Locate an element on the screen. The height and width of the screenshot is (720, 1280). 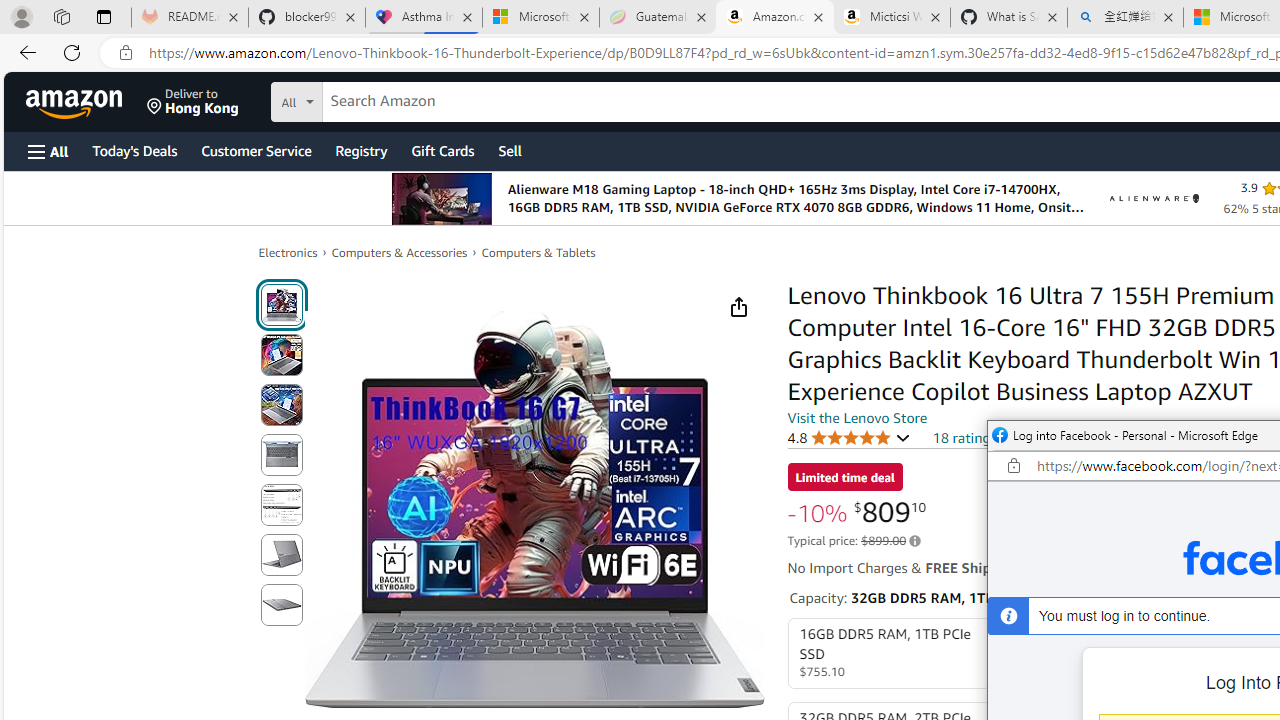
'Computers & Tablets' is located at coordinates (538, 252).